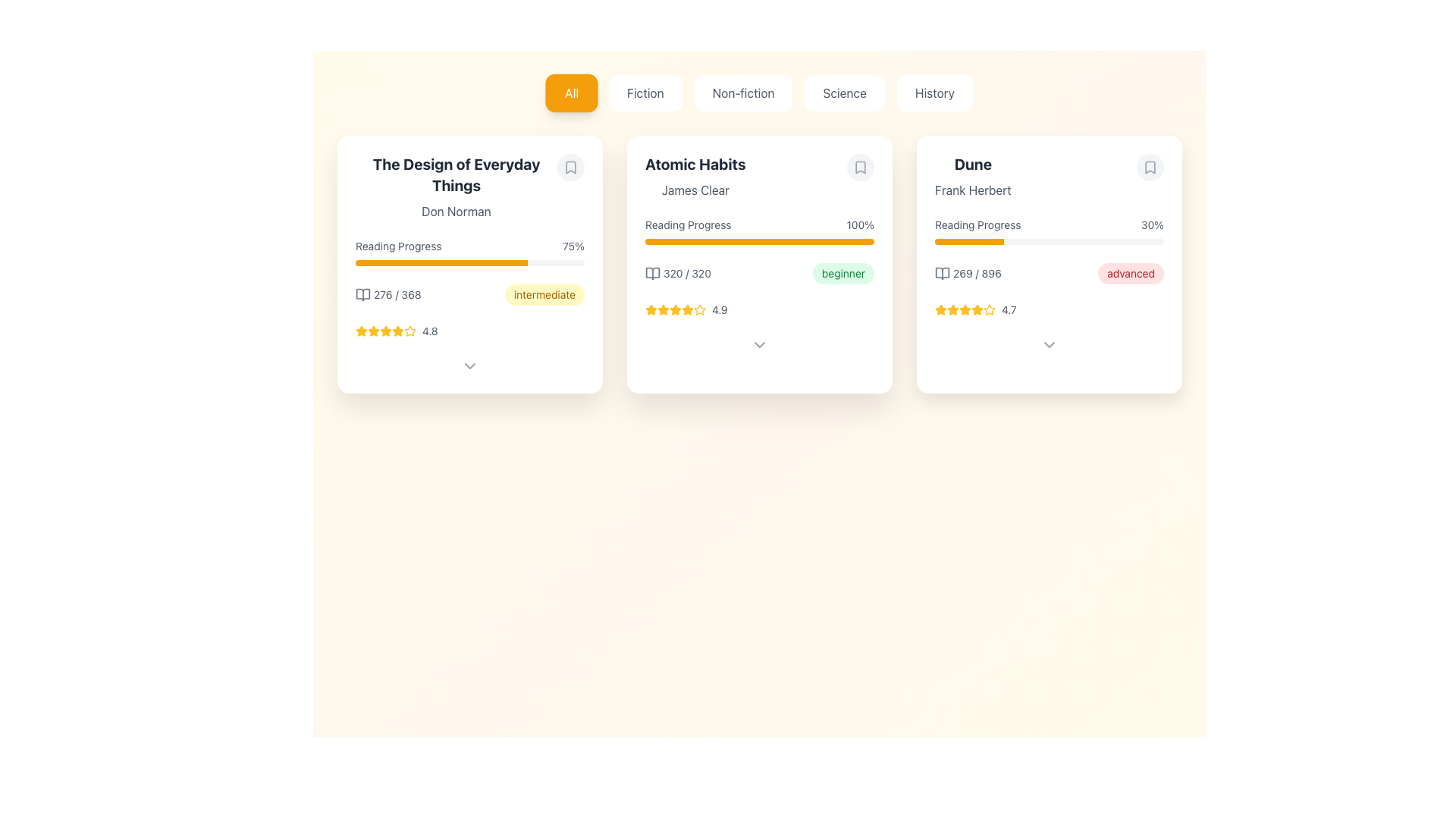  Describe the element at coordinates (935, 241) in the screenshot. I see `the reading progress` at that location.